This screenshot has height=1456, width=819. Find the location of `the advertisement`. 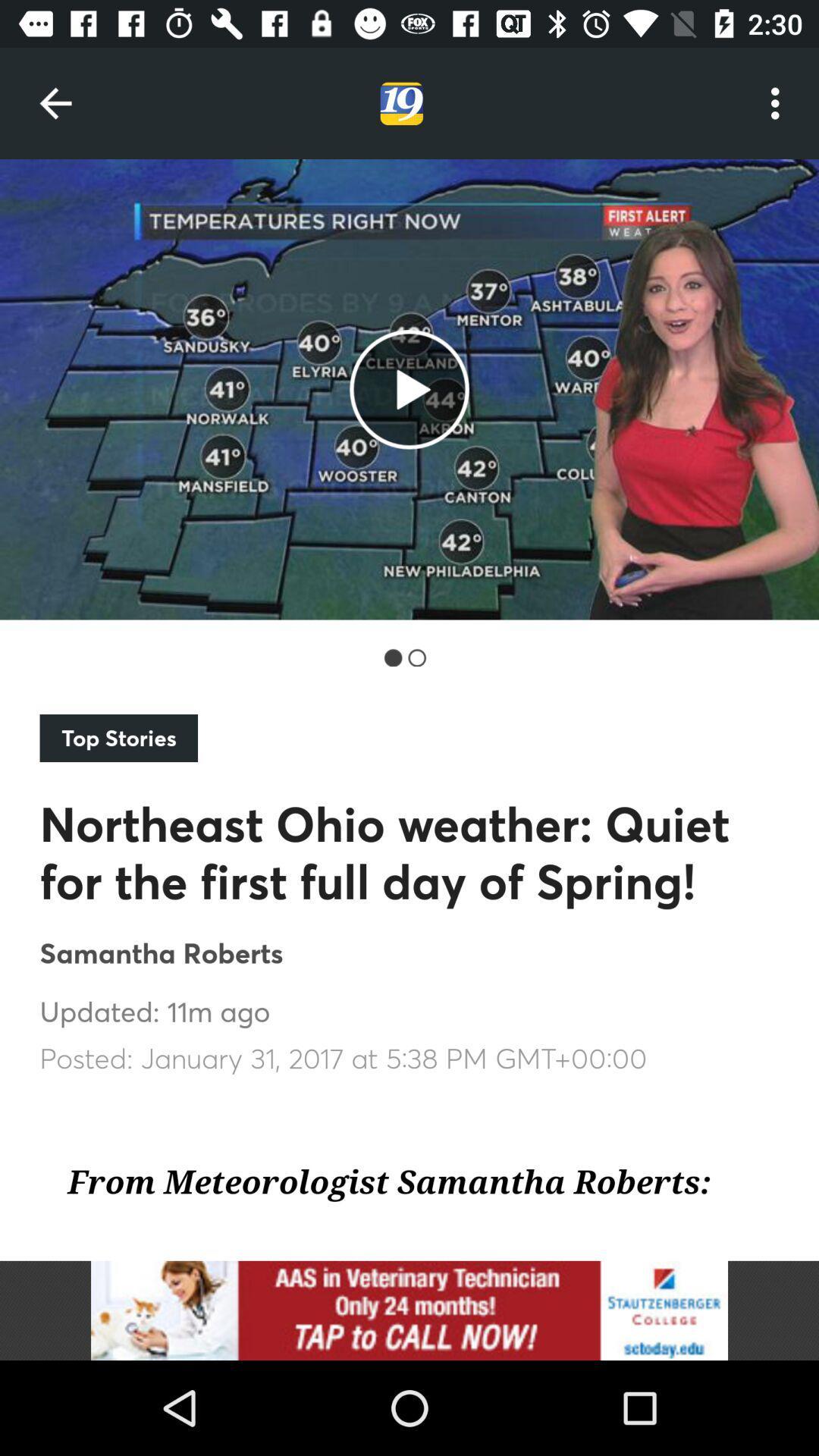

the advertisement is located at coordinates (409, 1310).